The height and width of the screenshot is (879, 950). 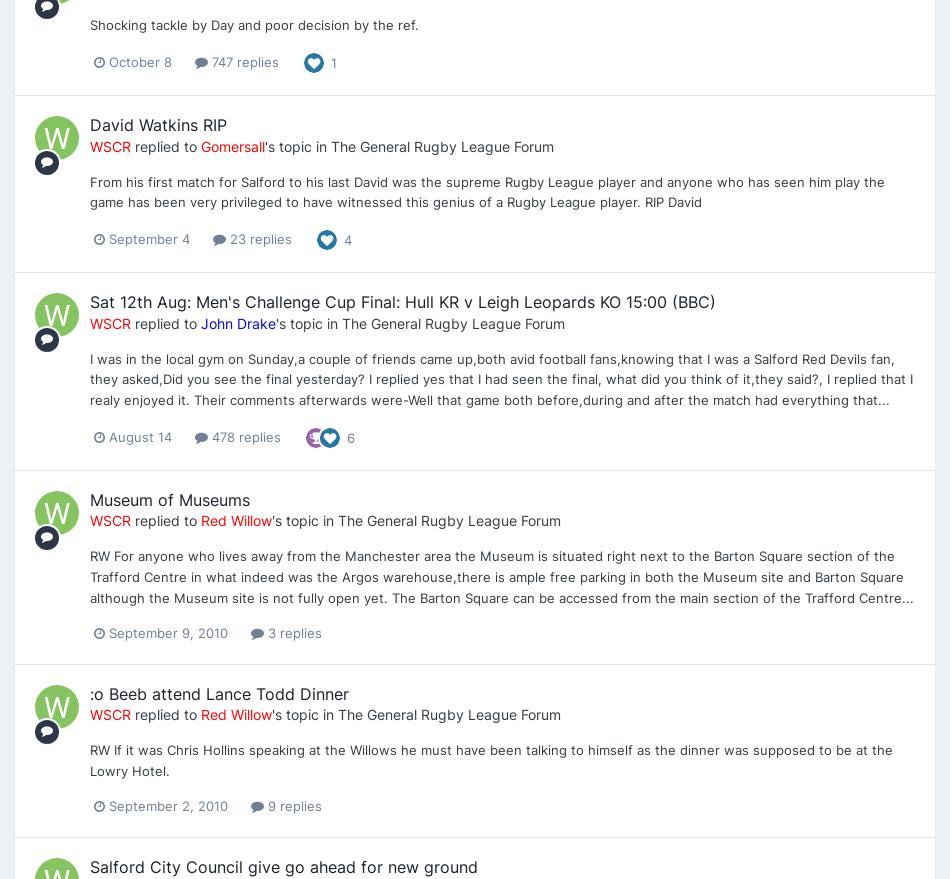 I want to click on 'RW For anyone who lives away from the Manchester area the Museum is situated right next to the Barton Square section of the Trafford Centre in what indeed was the Argos warehouse,there is ample free parking in both the Museum site and Barton Square although the Museum site is not fully open yet. 

The Barton Square can be accessed from the main section of the Trafford Centre...', so click(x=89, y=575).